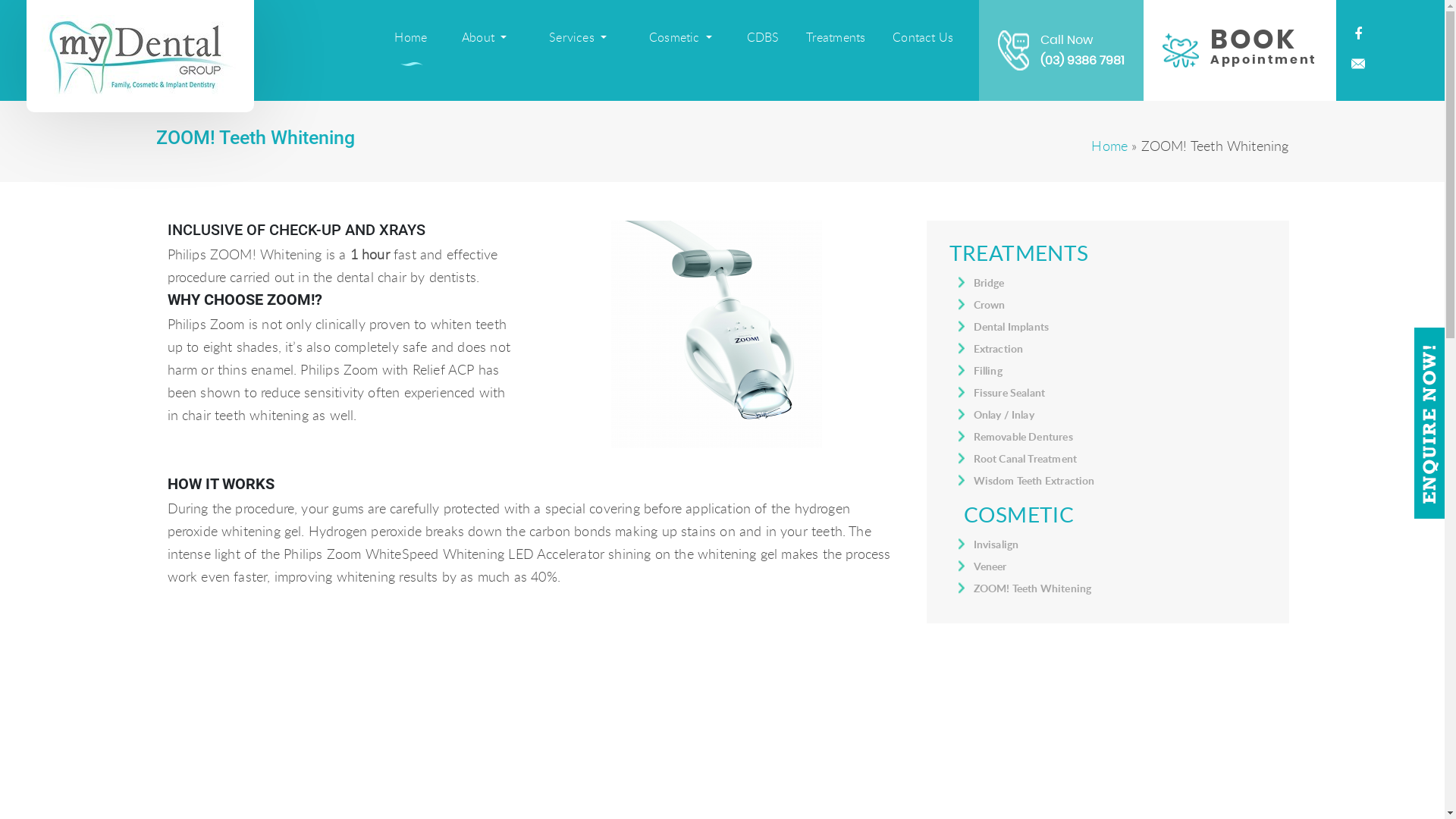 The height and width of the screenshot is (819, 1456). I want to click on 'ZOOM! Teeth Whitening', so click(1032, 587).